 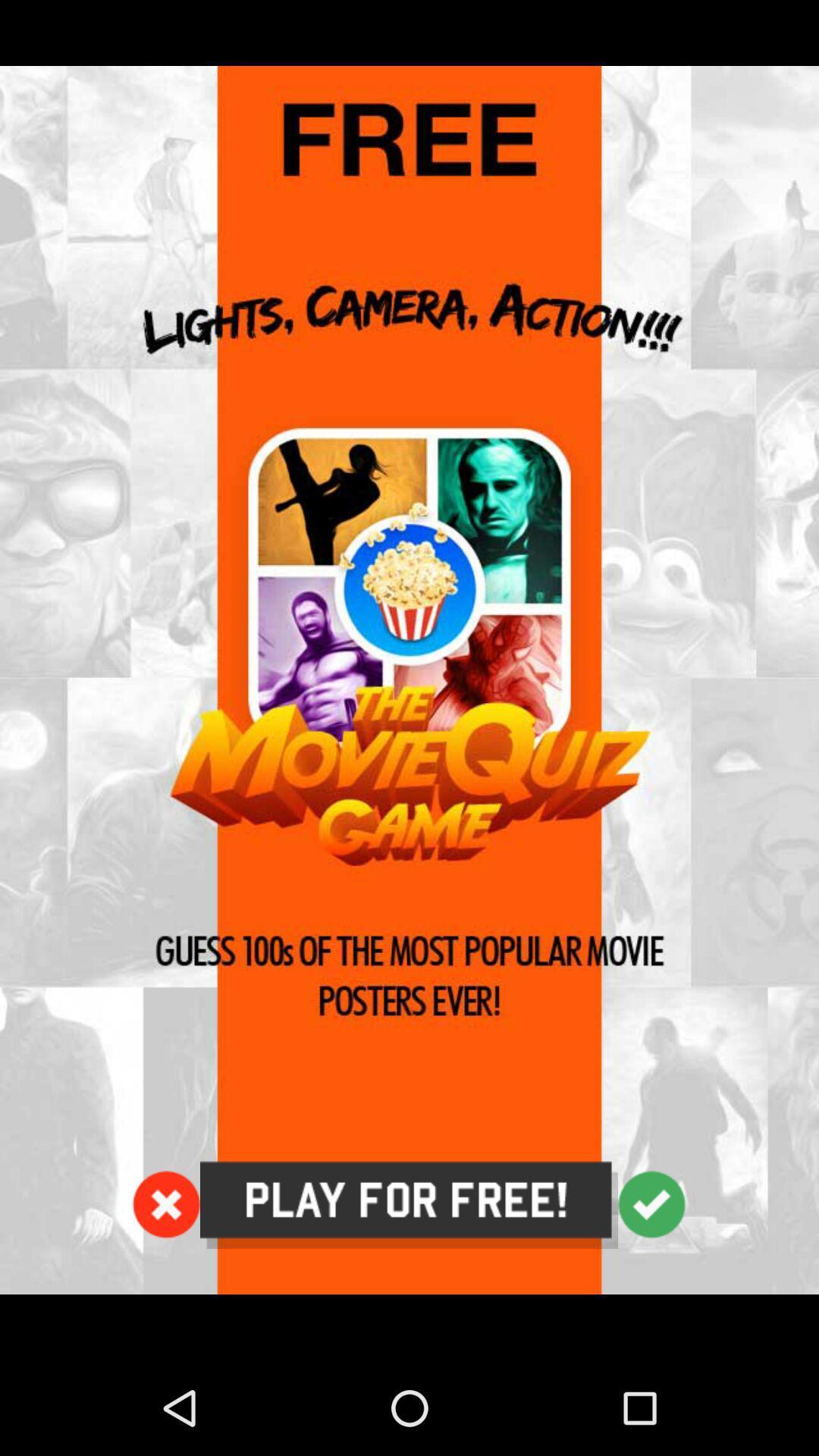 What do you see at coordinates (409, 679) in the screenshot?
I see `launch gameplay` at bounding box center [409, 679].